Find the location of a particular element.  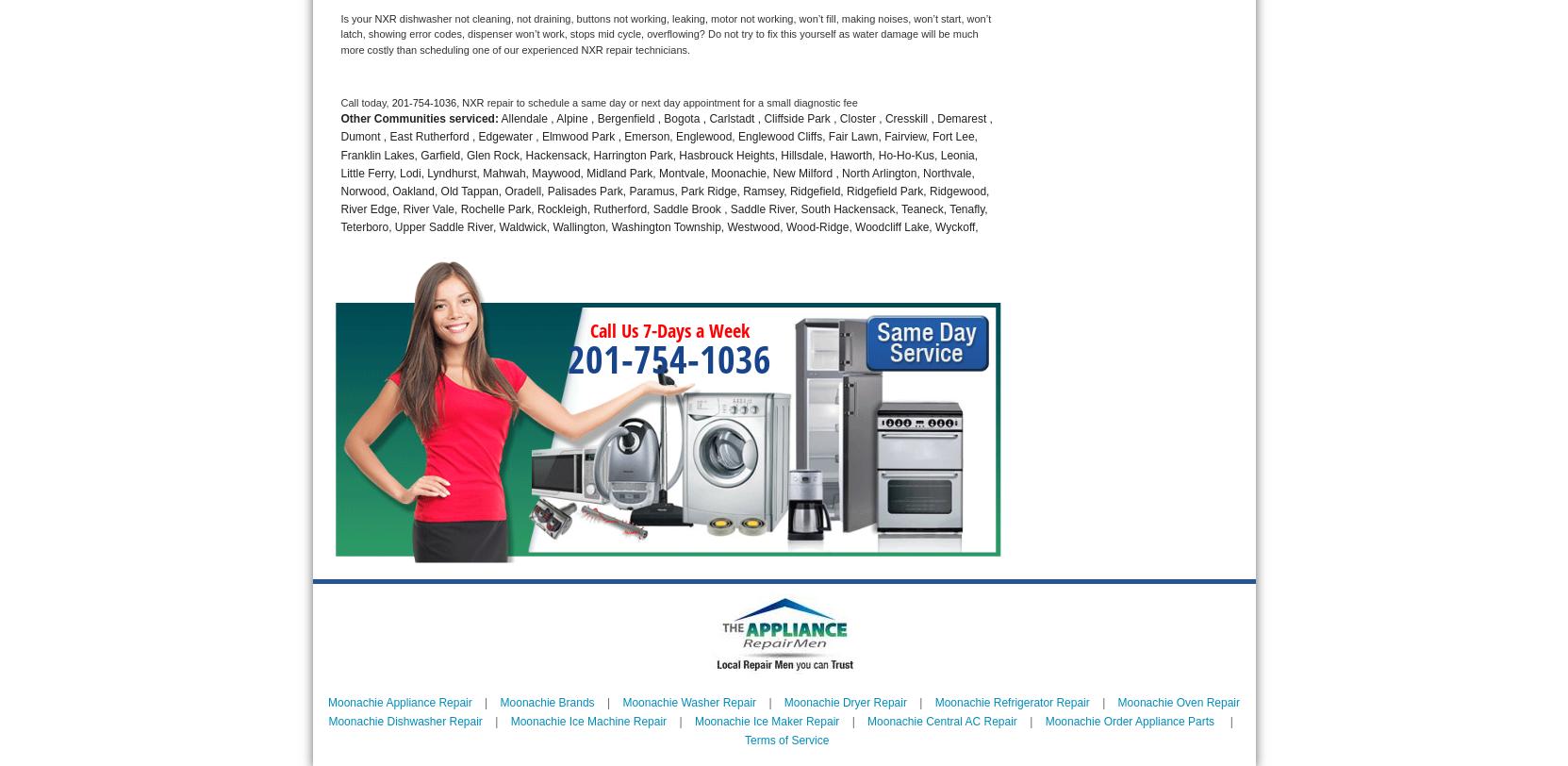

'repair to schedule a same day or next day appointment for a small diagnostic fee' is located at coordinates (671, 101).